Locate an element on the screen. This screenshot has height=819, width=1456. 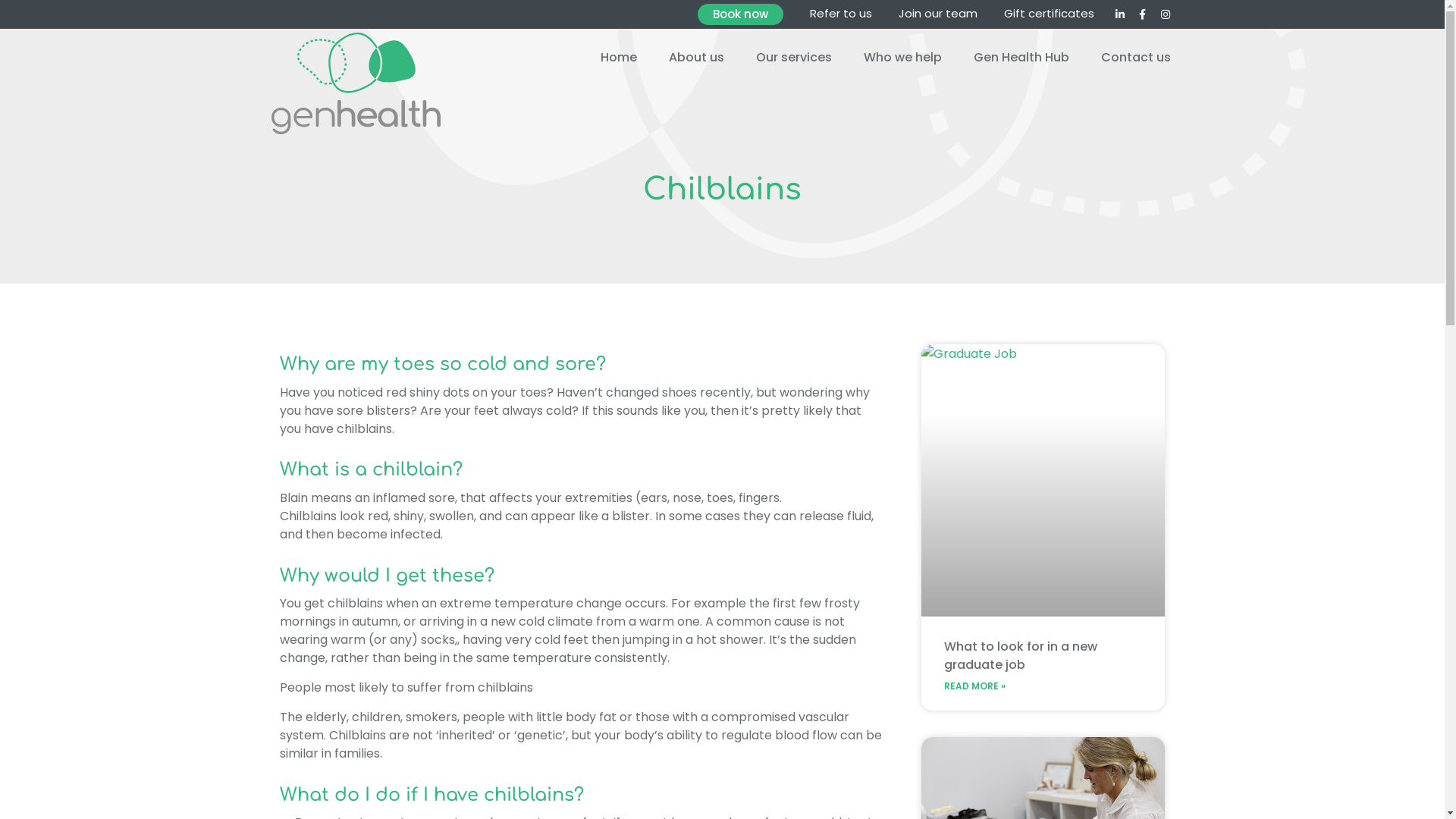
'Book now' is located at coordinates (697, 14).